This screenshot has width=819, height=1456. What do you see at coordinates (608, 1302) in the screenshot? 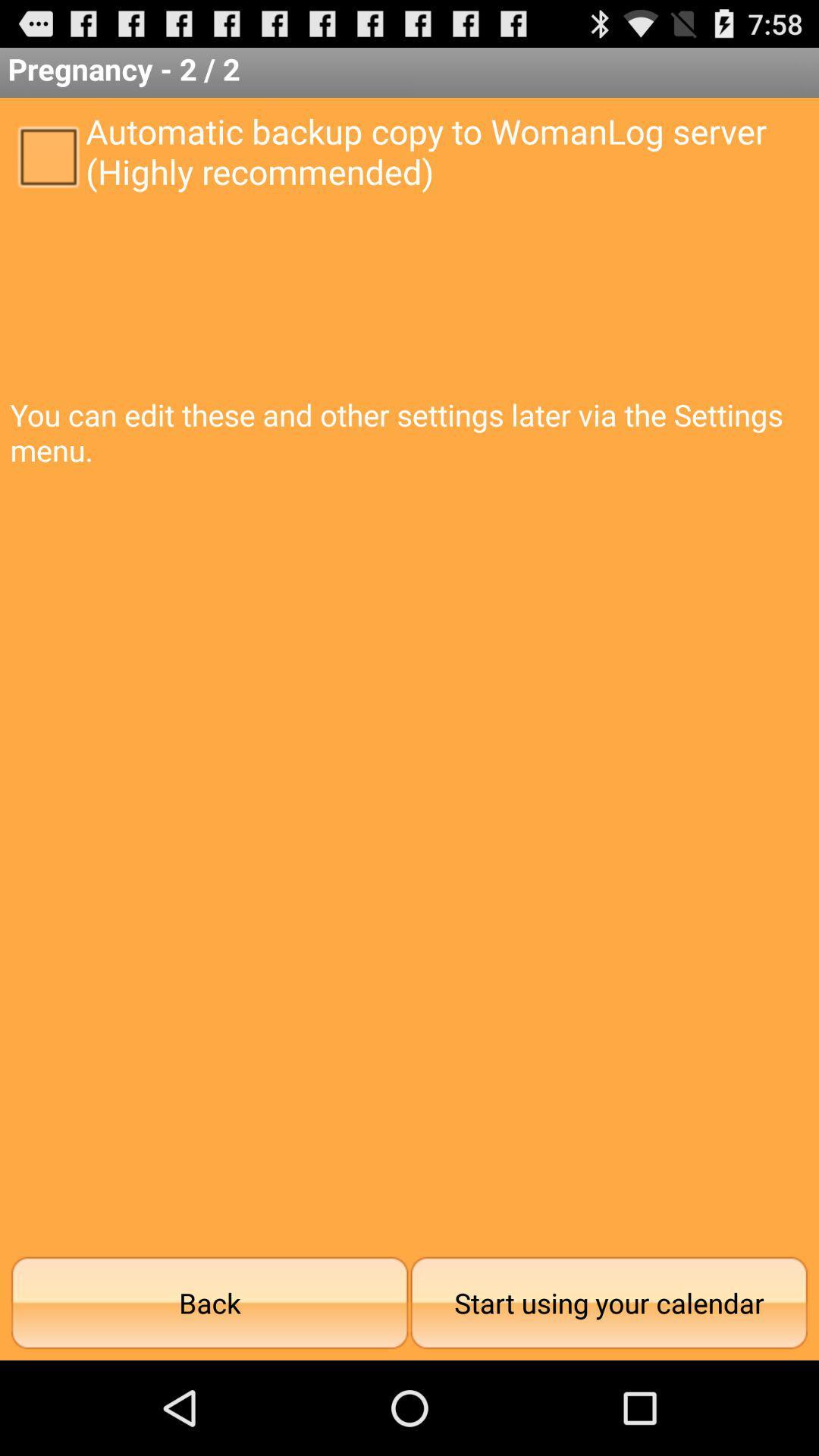
I see `the button to the right of back` at bounding box center [608, 1302].